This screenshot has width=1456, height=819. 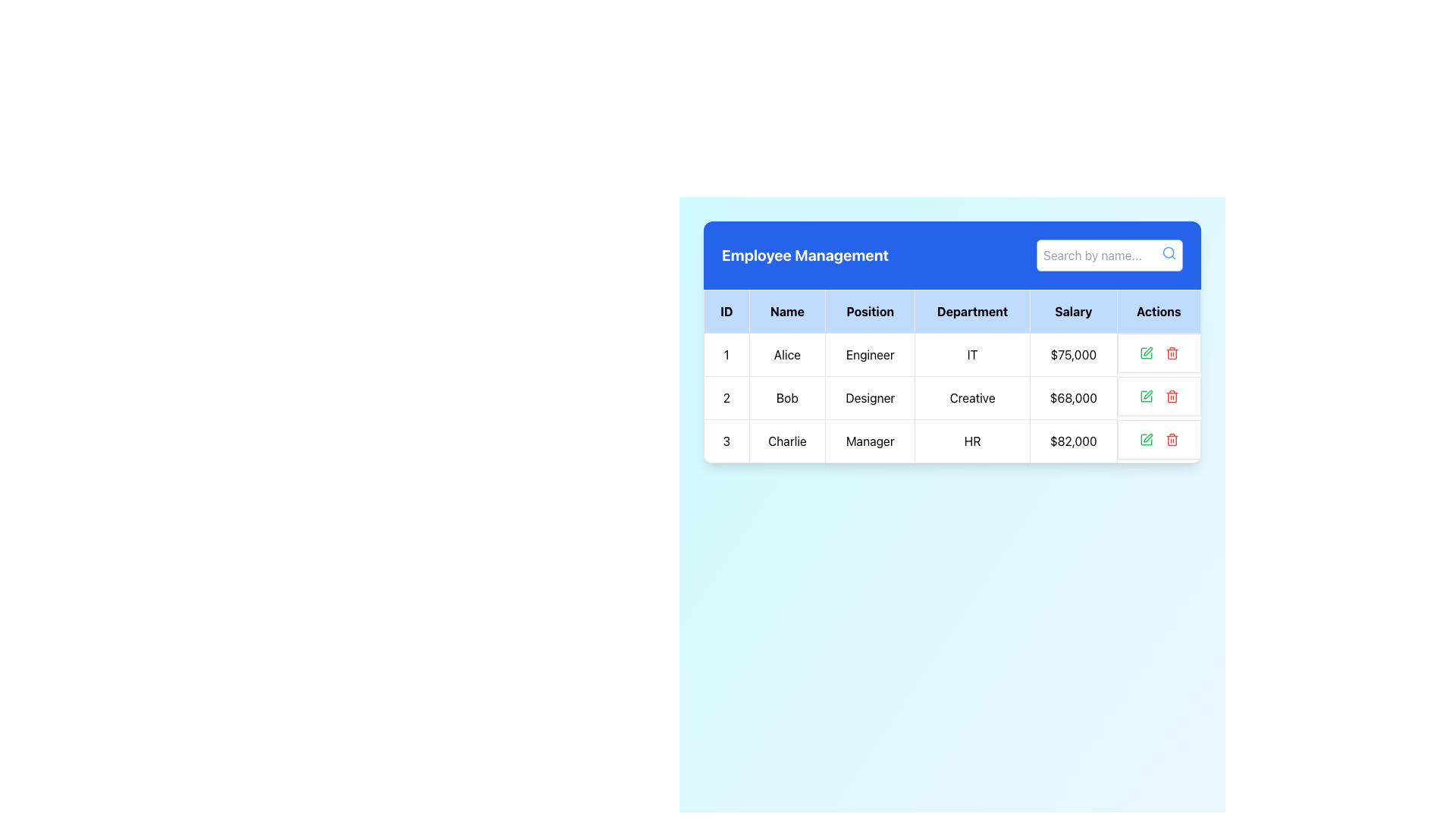 What do you see at coordinates (870, 441) in the screenshot?
I see `the static text label 'Manager' in the third row of the table under the 'Position' column` at bounding box center [870, 441].